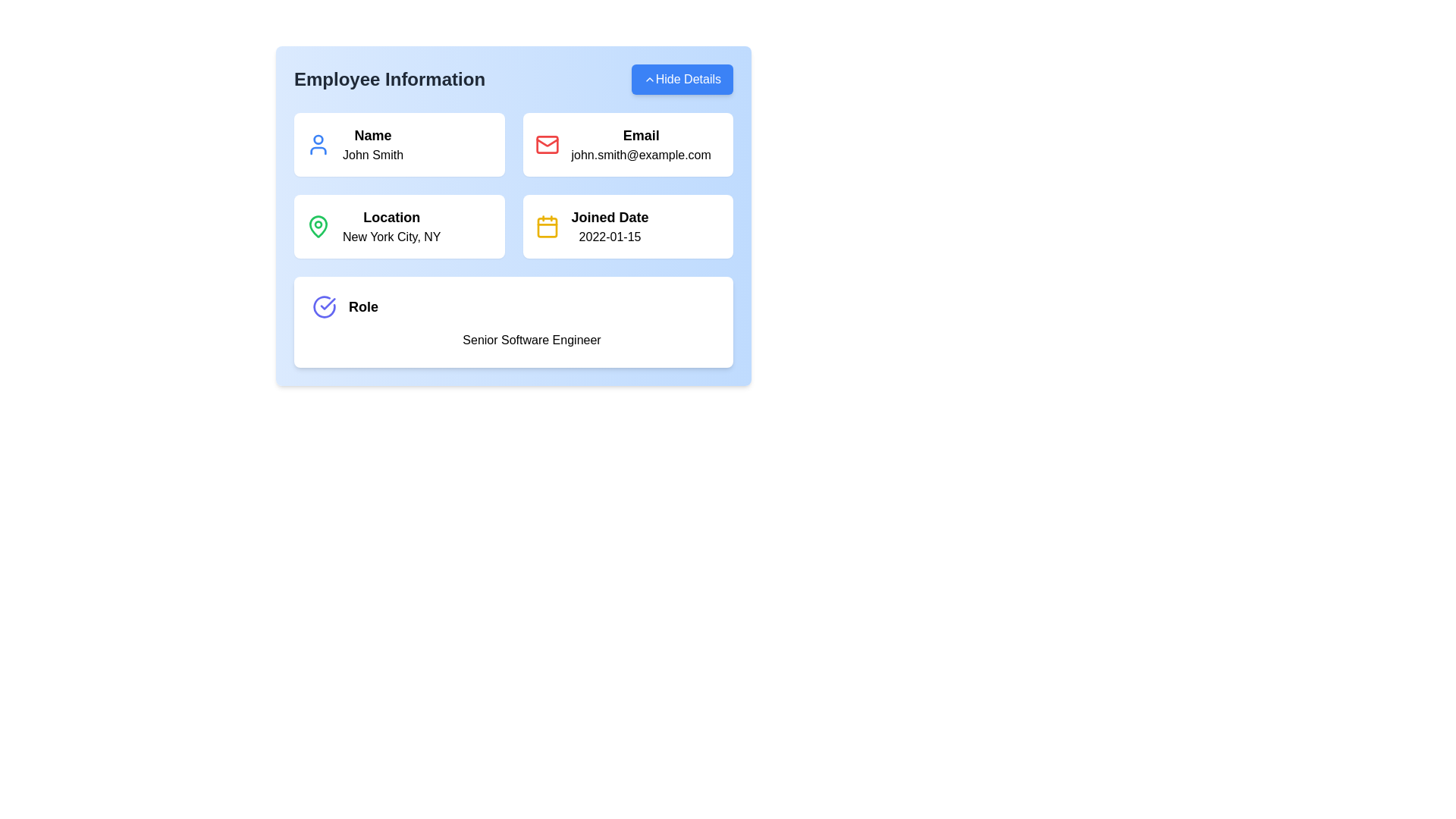 This screenshot has width=1456, height=819. What do you see at coordinates (532, 339) in the screenshot?
I see `text content of the 'Senior Software Engineer' label located at the bottom of the 'Role' card in the 'Employee Information' section` at bounding box center [532, 339].